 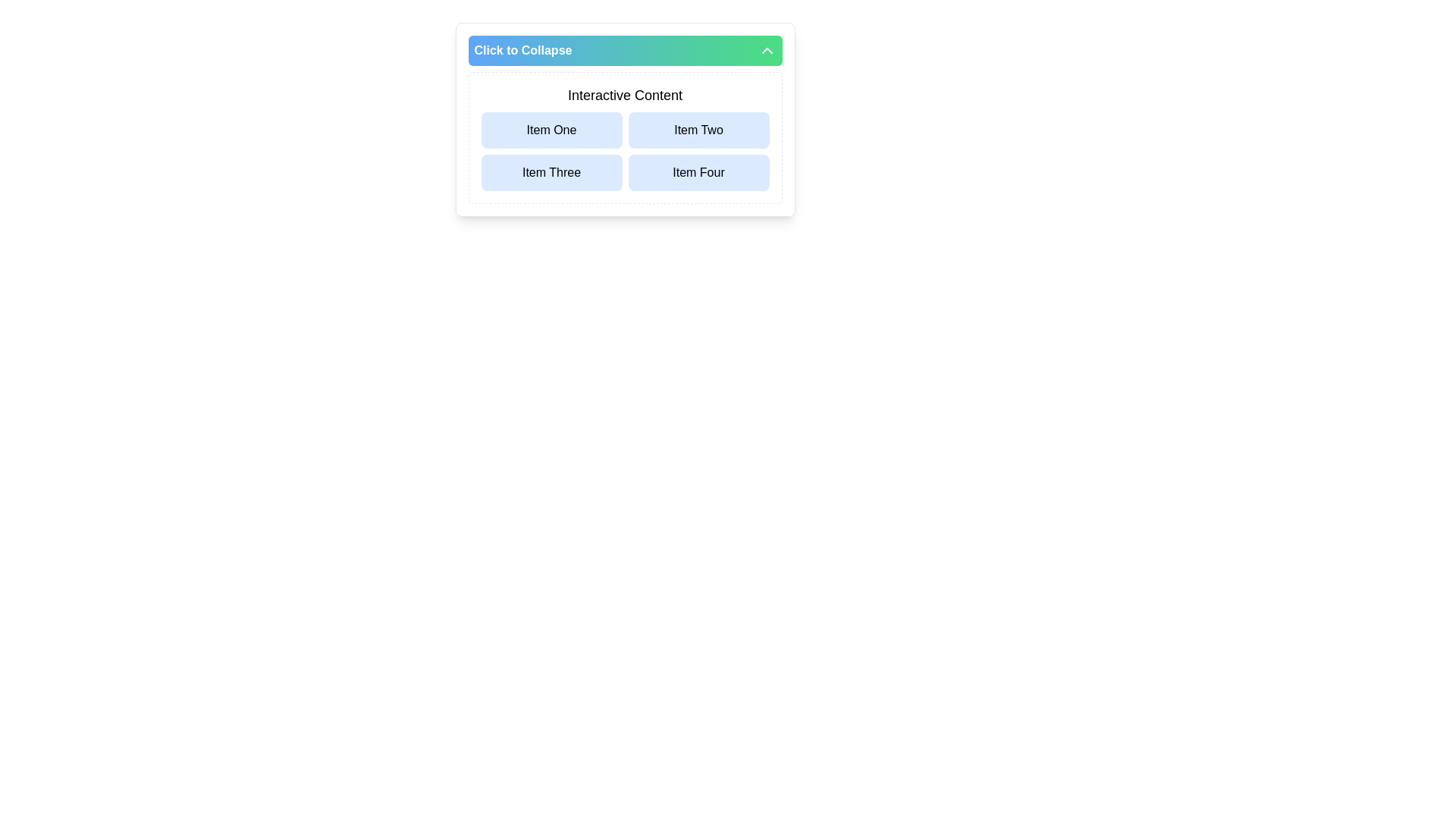 I want to click on the descriptive label located on the left side of the header section, adjacent to the collapse arrow icon, so click(x=523, y=49).